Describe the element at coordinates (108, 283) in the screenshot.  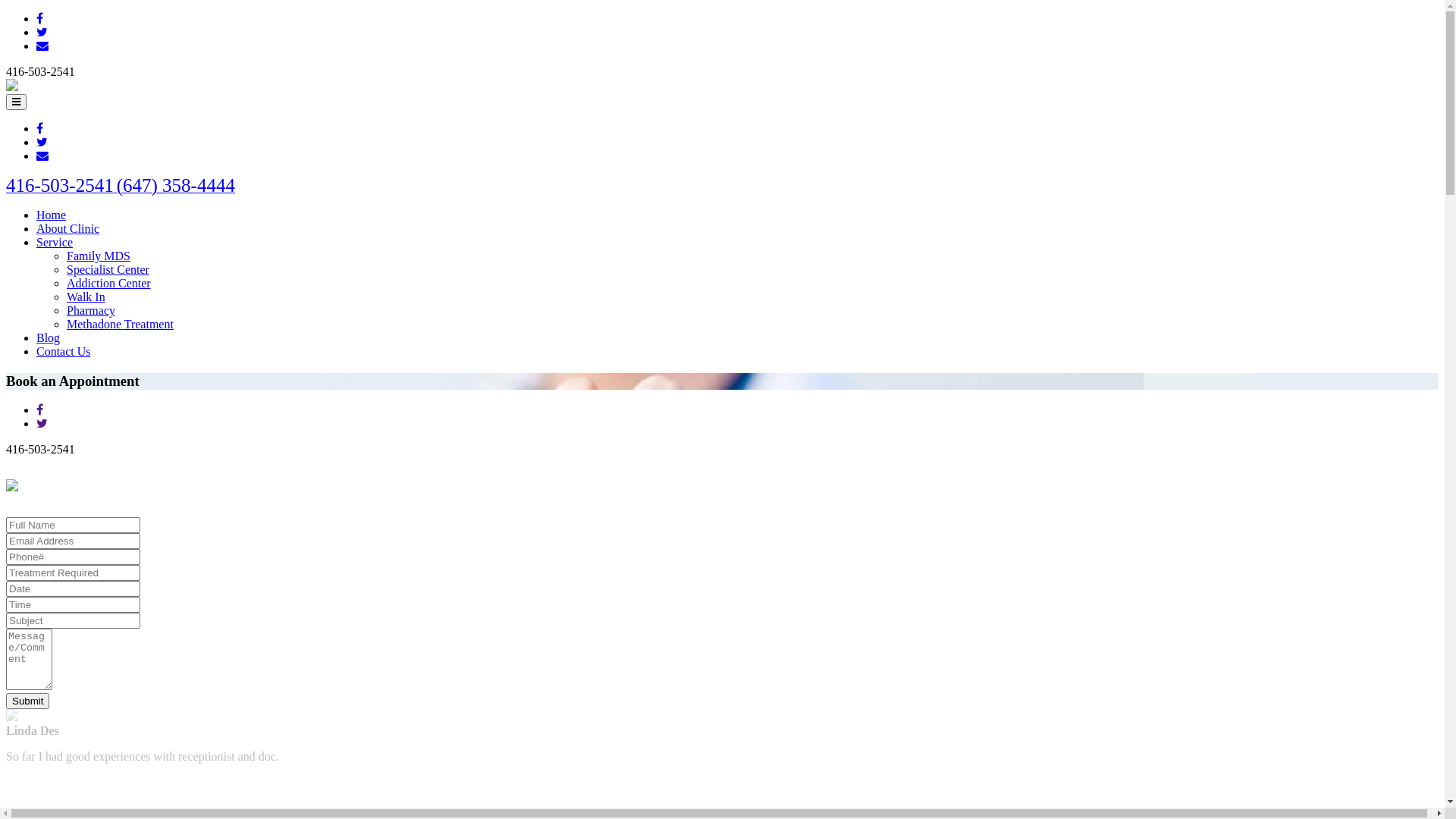
I see `'Addiction Center'` at that location.